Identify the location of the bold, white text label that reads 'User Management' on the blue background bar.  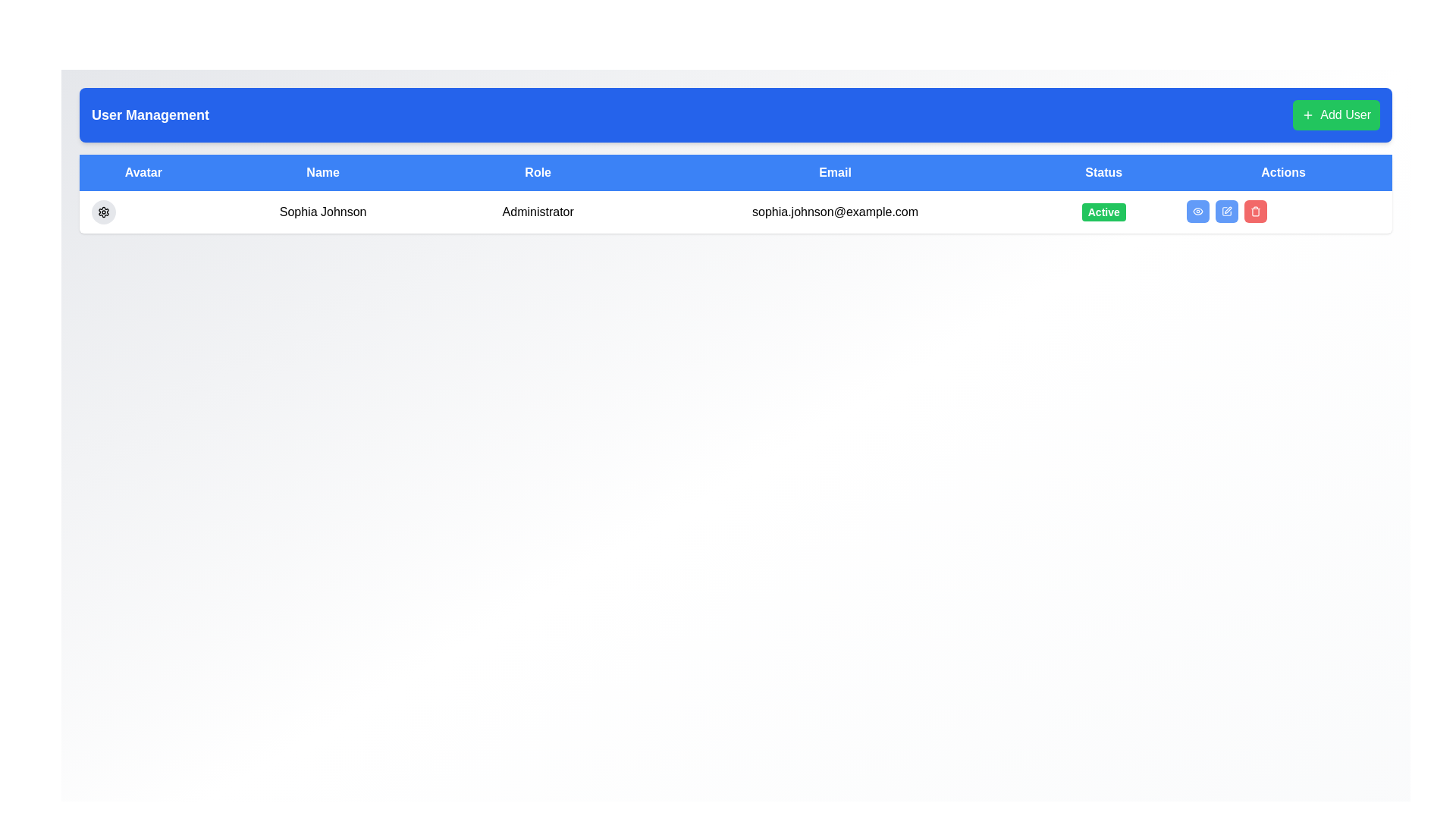
(150, 114).